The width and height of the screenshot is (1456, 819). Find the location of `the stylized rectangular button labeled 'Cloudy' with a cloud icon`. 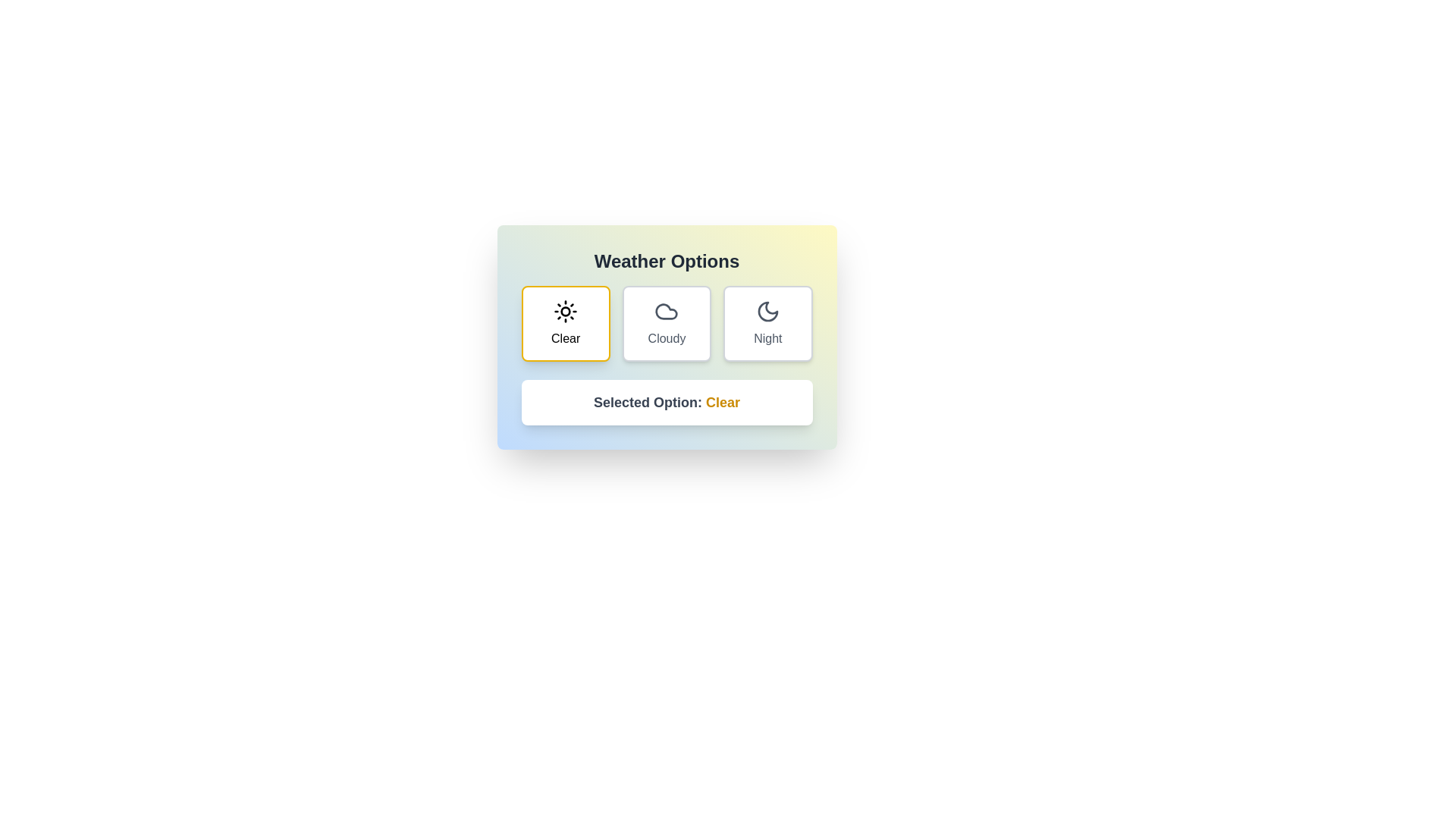

the stylized rectangular button labeled 'Cloudy' with a cloud icon is located at coordinates (667, 323).